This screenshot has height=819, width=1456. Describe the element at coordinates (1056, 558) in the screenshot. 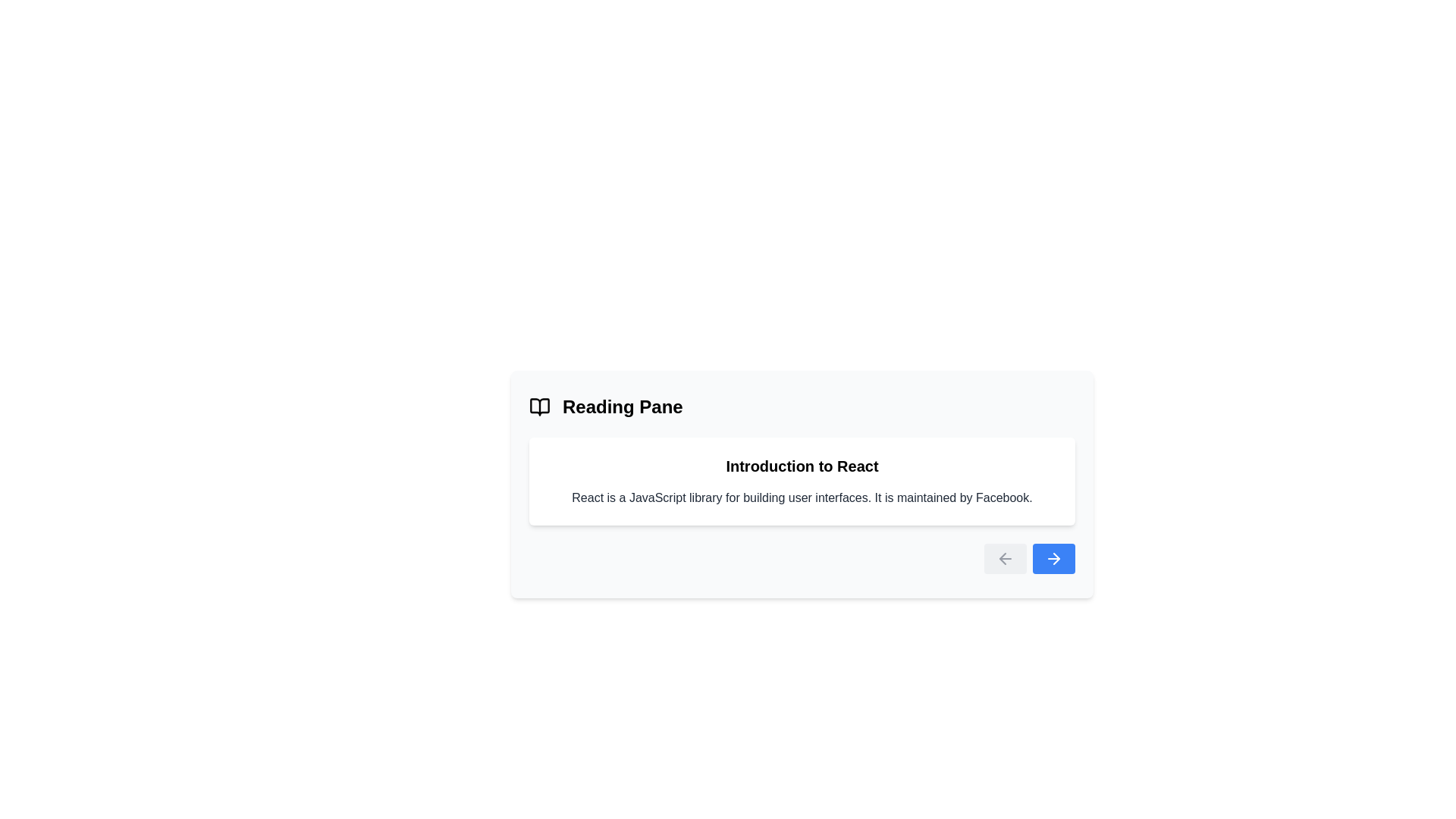

I see `the rightward chevron icon located inside a blue rectangular button to trigger a tooltip if applicable` at that location.